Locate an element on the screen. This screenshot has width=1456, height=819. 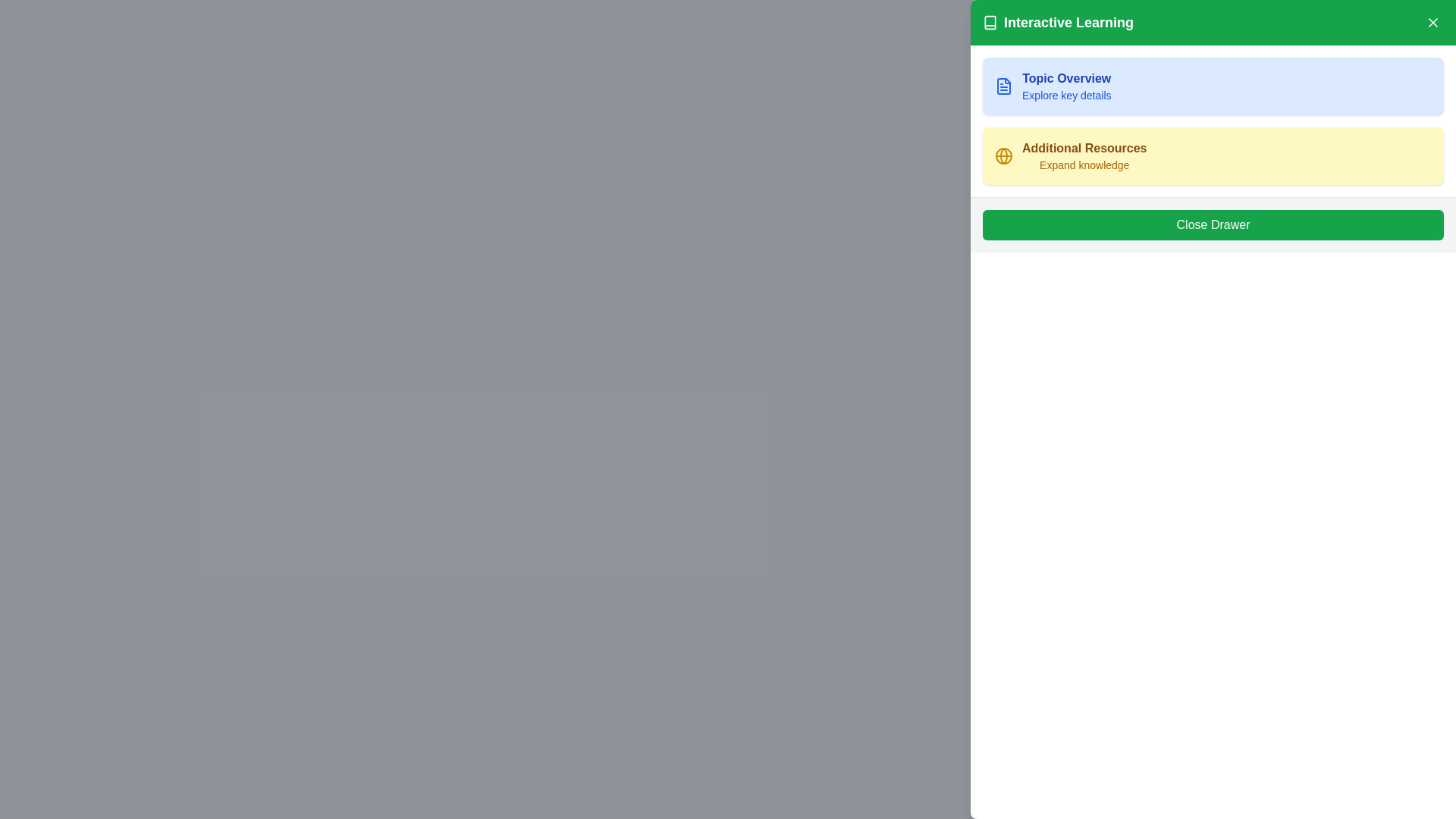
the small square button with a white outlined 'X' icon in the top-right corner of the 'Interactive Learning' header is located at coordinates (1432, 23).